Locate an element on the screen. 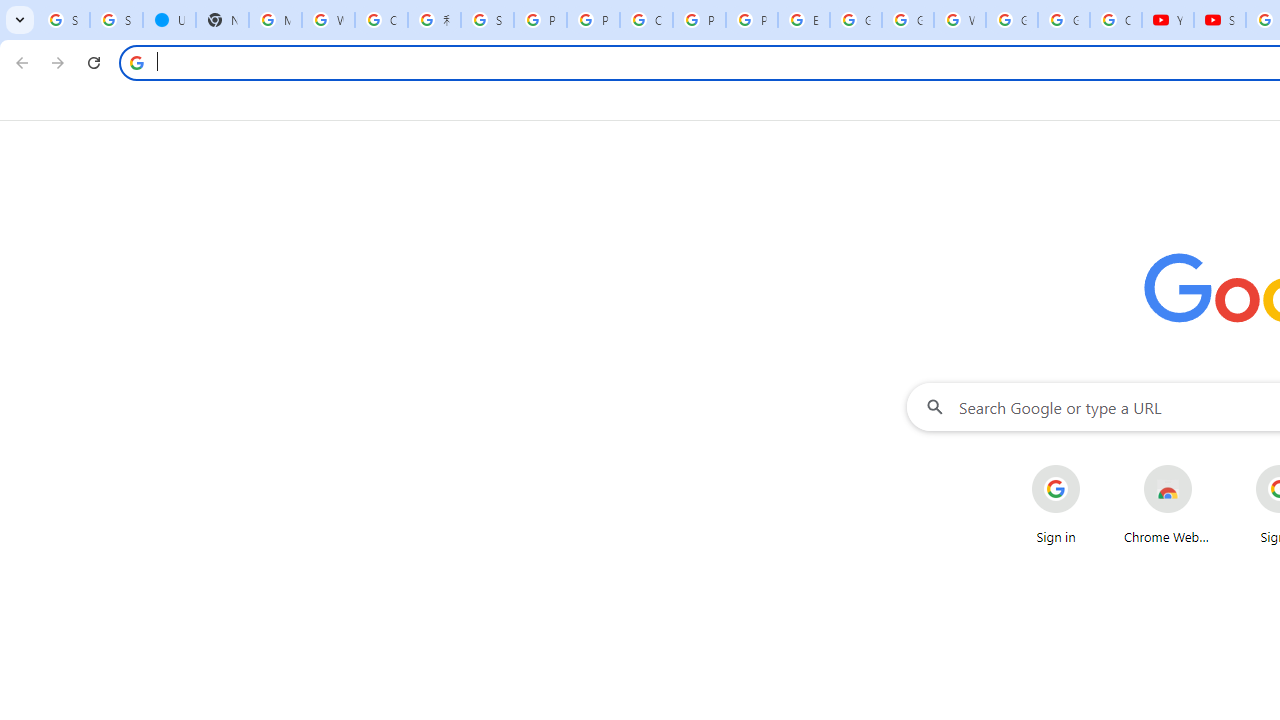  'Edit and view right-to-left text - Google Docs Editors Help' is located at coordinates (803, 20).